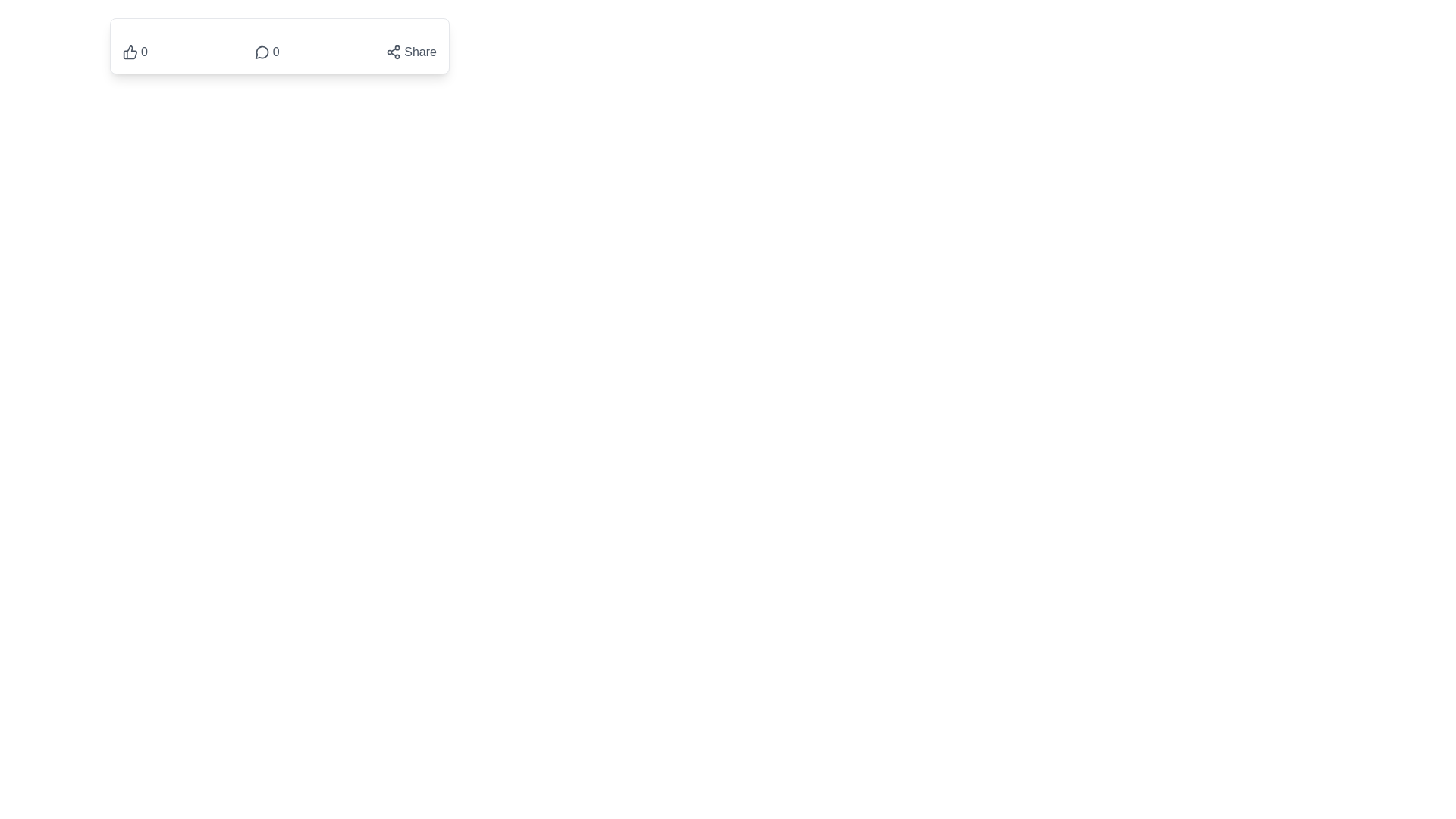 The width and height of the screenshot is (1456, 819). Describe the element at coordinates (394, 52) in the screenshot. I see `the Share icon located to the left of the 'Share' text within the button component` at that location.